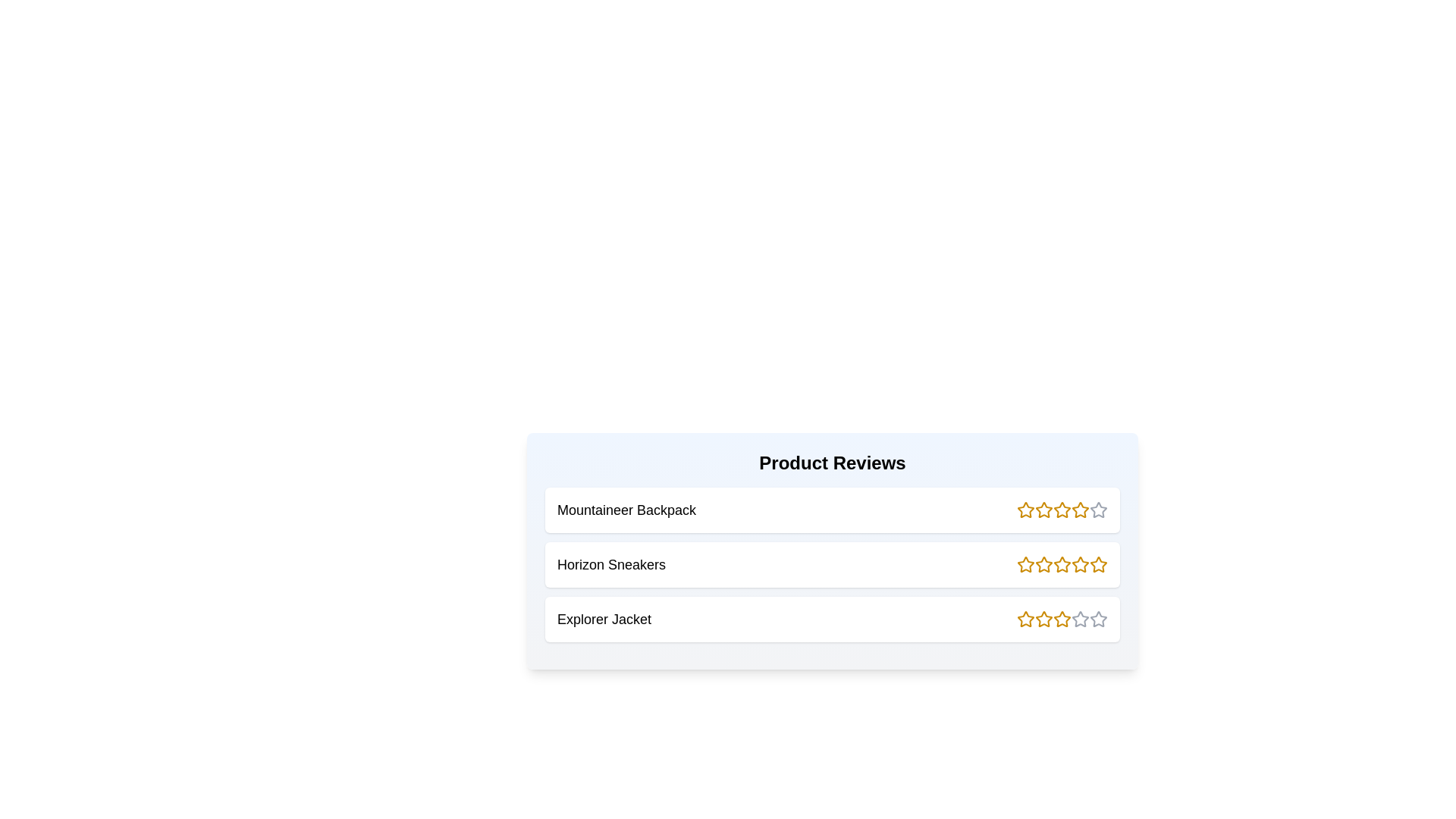 This screenshot has width=1456, height=819. What do you see at coordinates (1062, 620) in the screenshot?
I see `the rating of a product to 3 stars by clicking the corresponding star icon for the product Explorer Jacket` at bounding box center [1062, 620].